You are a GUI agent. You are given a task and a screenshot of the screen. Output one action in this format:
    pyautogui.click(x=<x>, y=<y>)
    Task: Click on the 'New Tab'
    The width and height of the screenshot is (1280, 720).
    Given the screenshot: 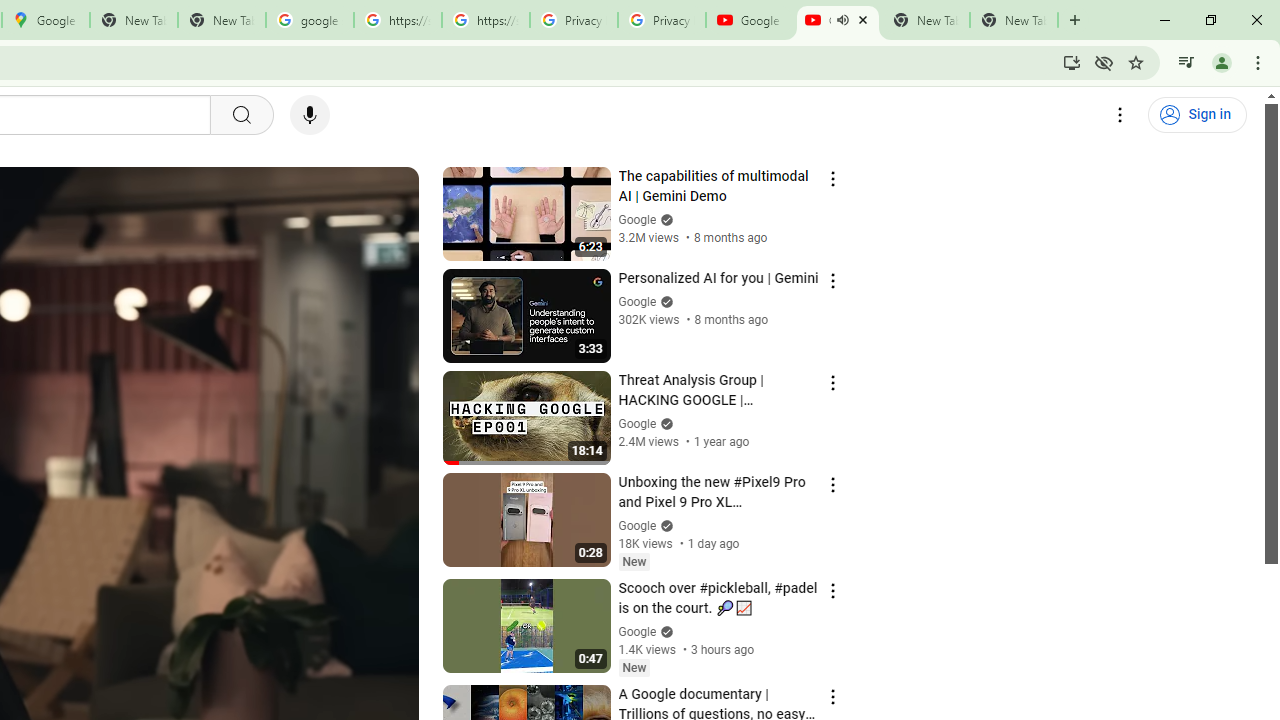 What is the action you would take?
    pyautogui.click(x=1014, y=20)
    